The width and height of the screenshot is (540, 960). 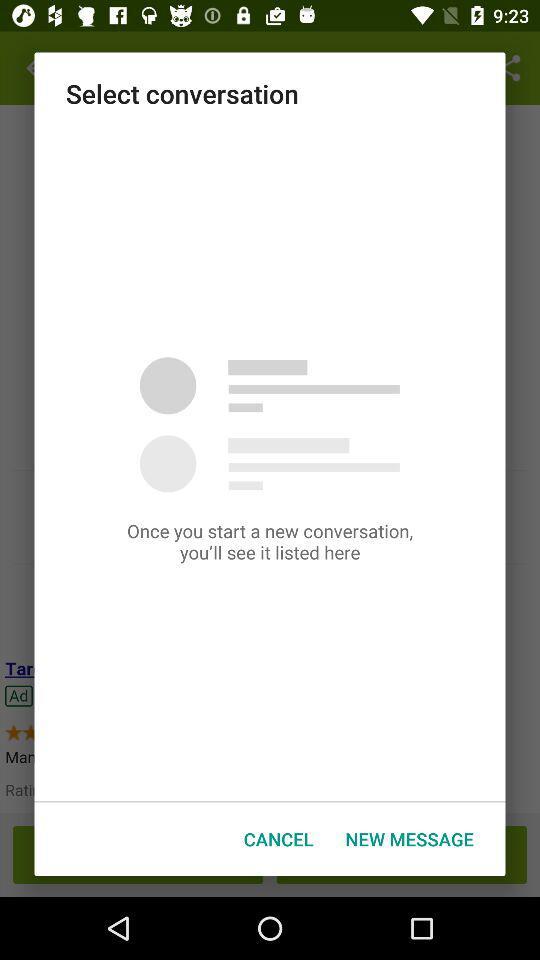 What do you see at coordinates (277, 839) in the screenshot?
I see `item to the left of the new message button` at bounding box center [277, 839].